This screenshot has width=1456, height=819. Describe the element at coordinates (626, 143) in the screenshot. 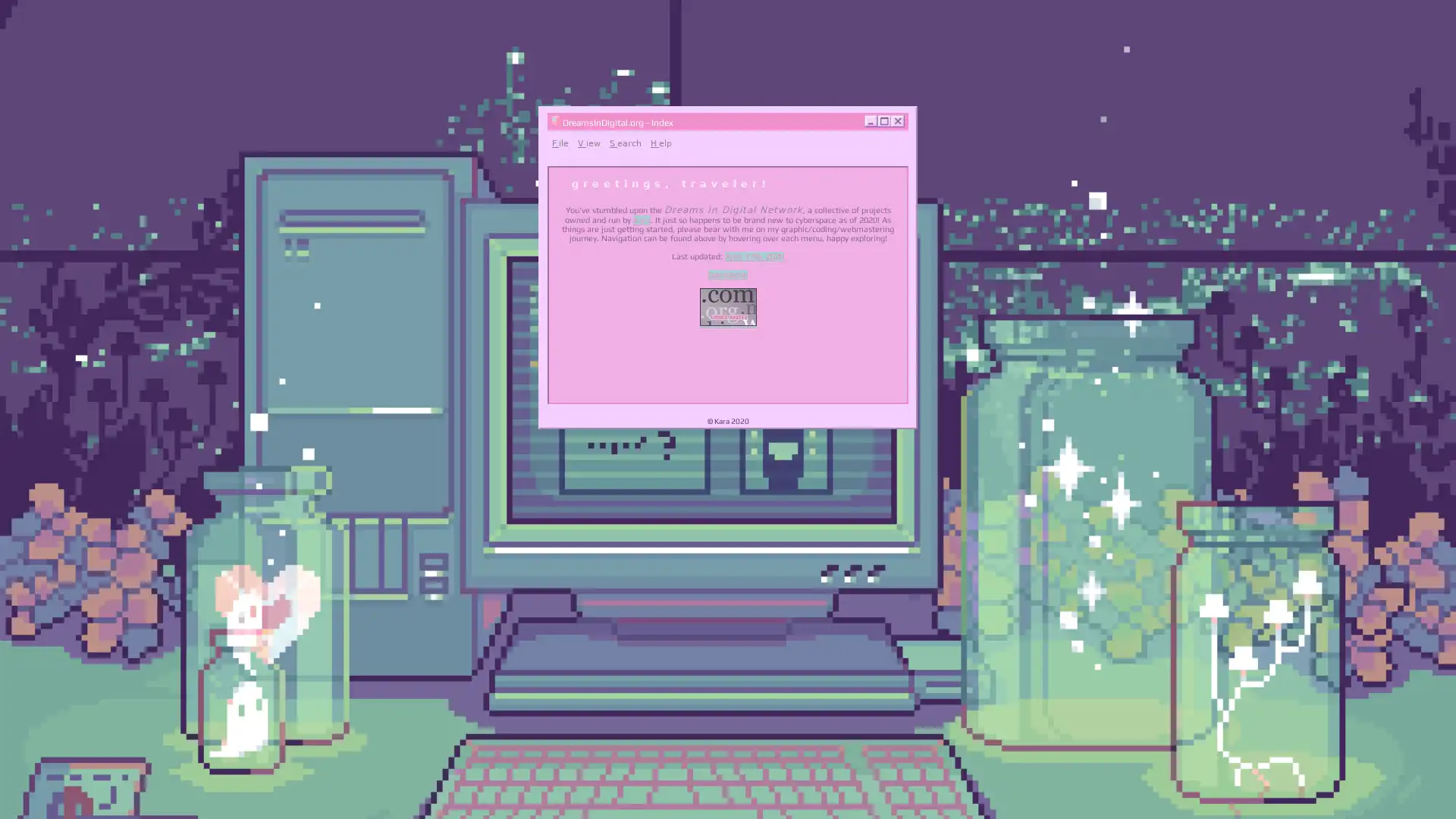

I see `Search` at that location.